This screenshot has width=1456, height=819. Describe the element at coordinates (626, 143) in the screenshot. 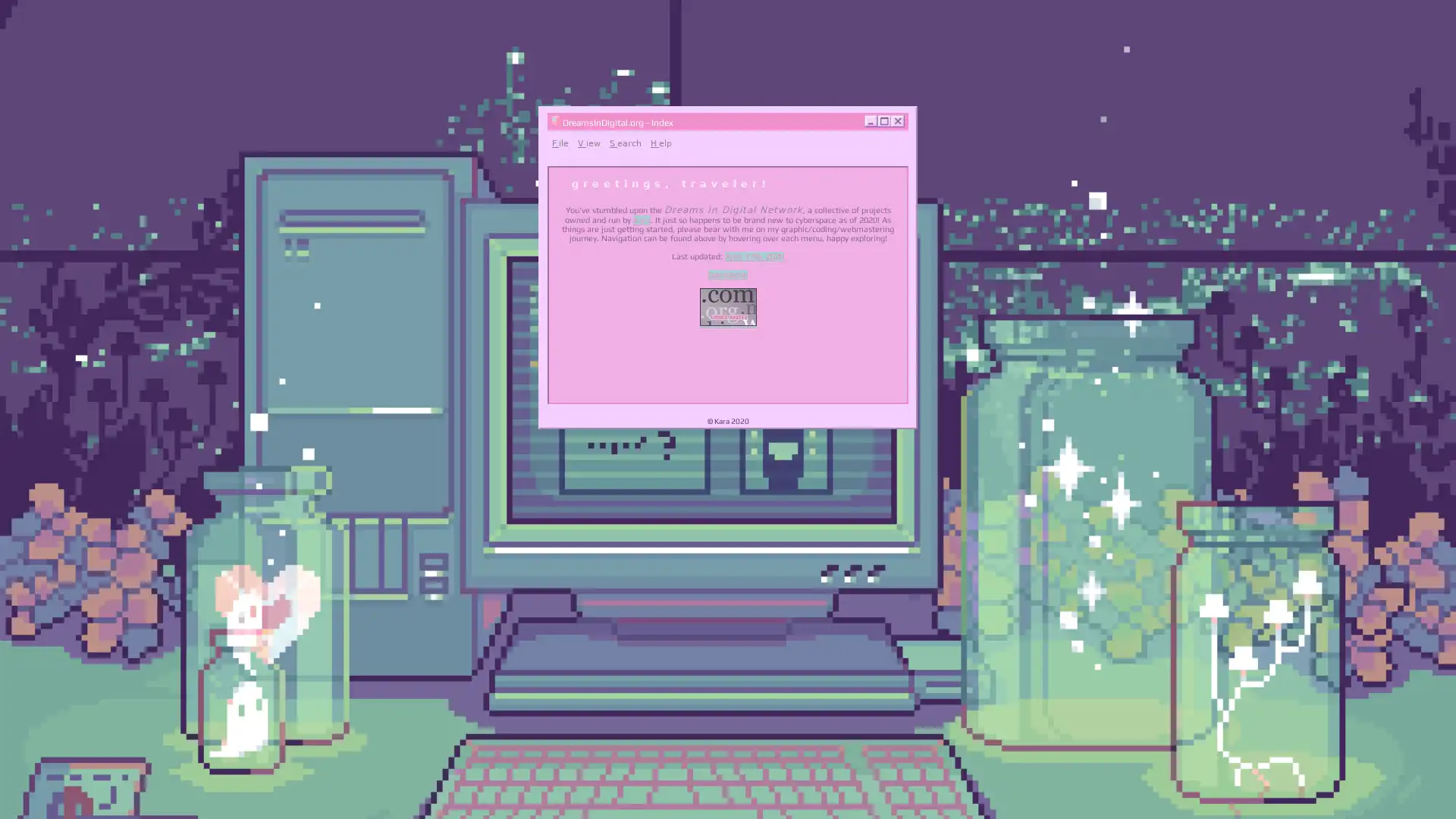

I see `Search` at that location.